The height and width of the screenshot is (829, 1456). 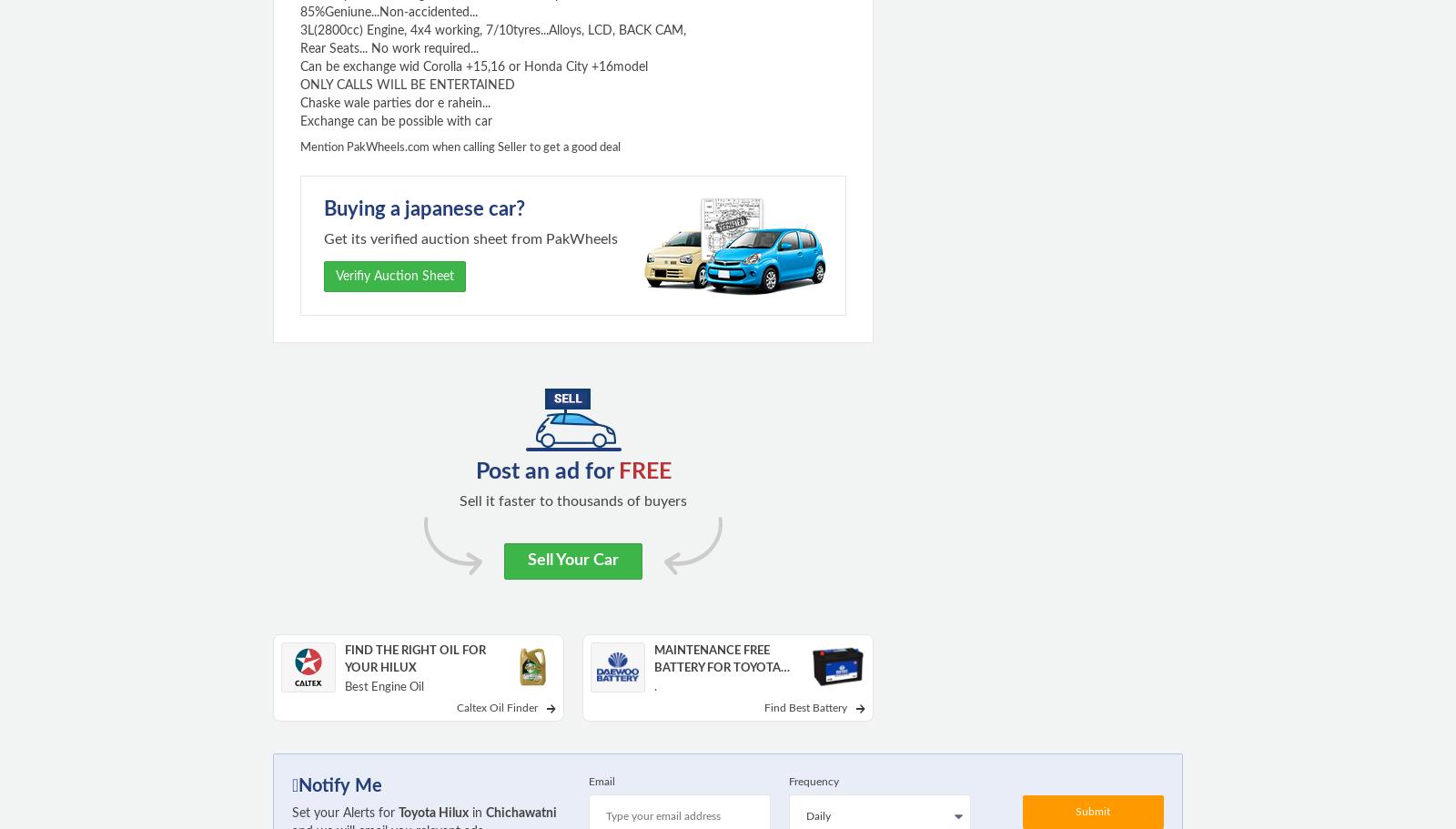 I want to click on 'Chaske wale parties dor e rahein...', so click(x=394, y=102).